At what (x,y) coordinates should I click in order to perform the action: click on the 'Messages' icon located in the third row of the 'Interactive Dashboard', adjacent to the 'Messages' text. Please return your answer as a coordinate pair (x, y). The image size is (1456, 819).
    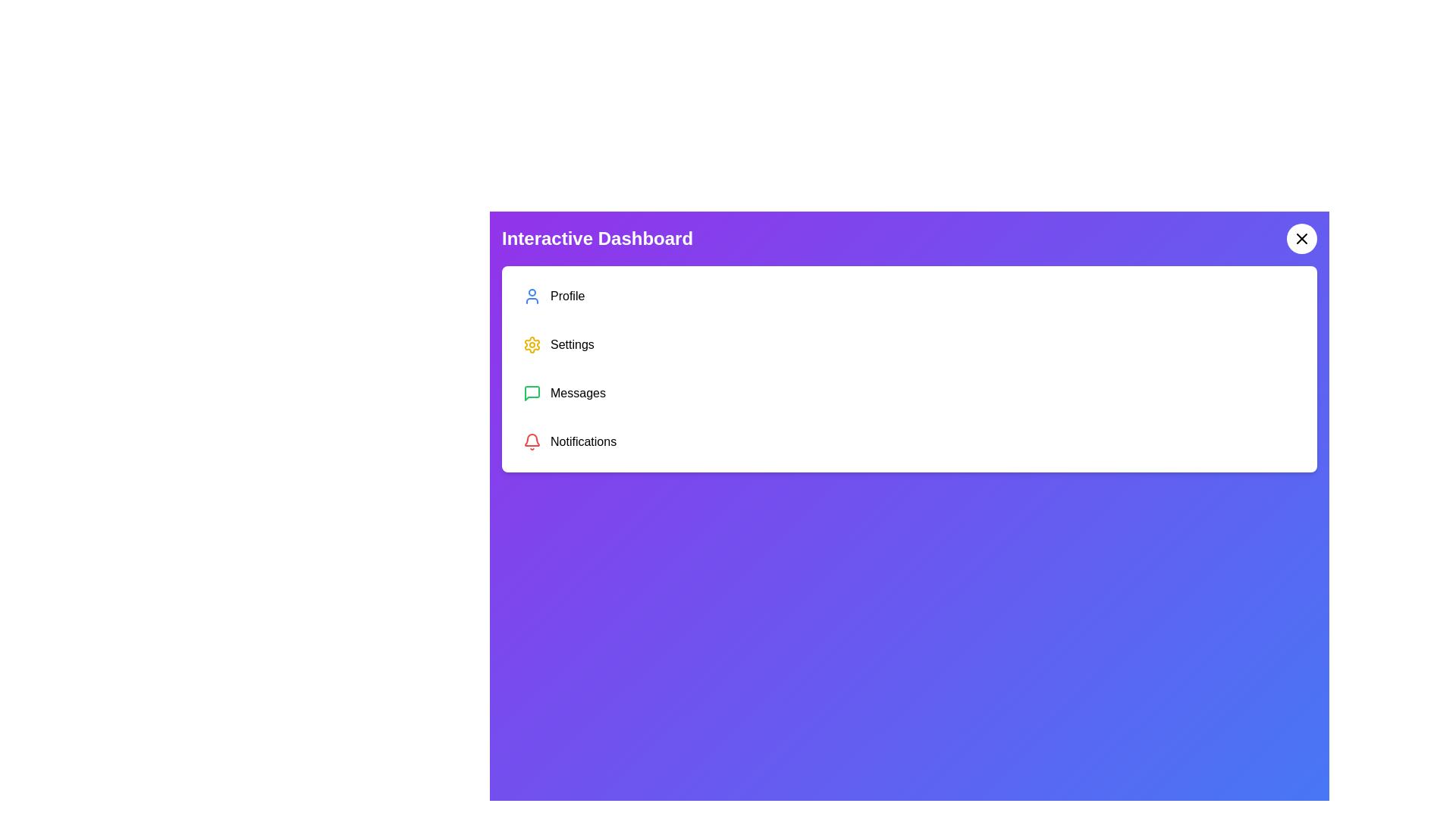
    Looking at the image, I should click on (532, 393).